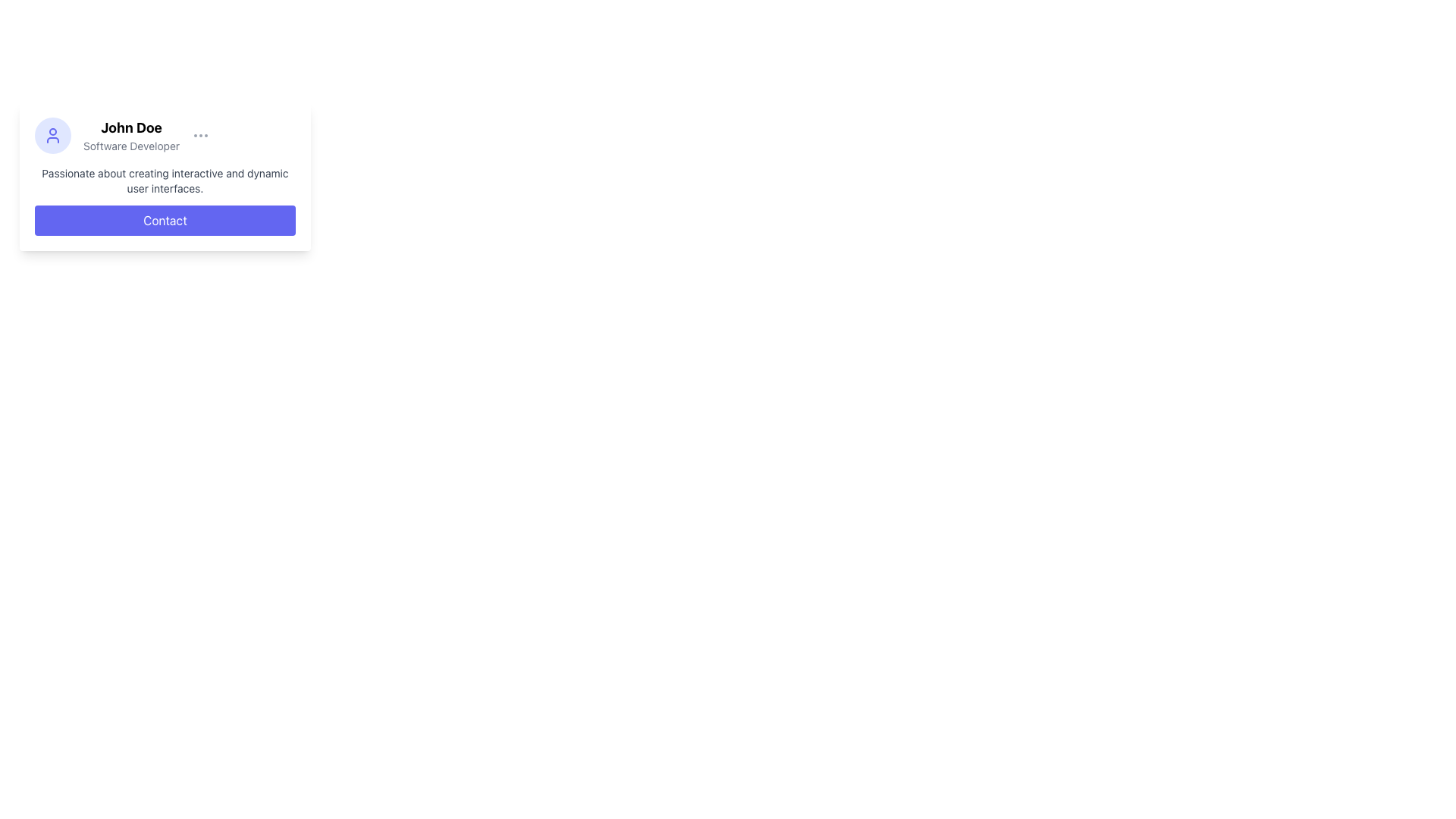 This screenshot has height=819, width=1456. Describe the element at coordinates (131, 127) in the screenshot. I see `text label displaying 'John Doe', which is the topmost text element in the card component, positioned above 'Software Developer'` at that location.